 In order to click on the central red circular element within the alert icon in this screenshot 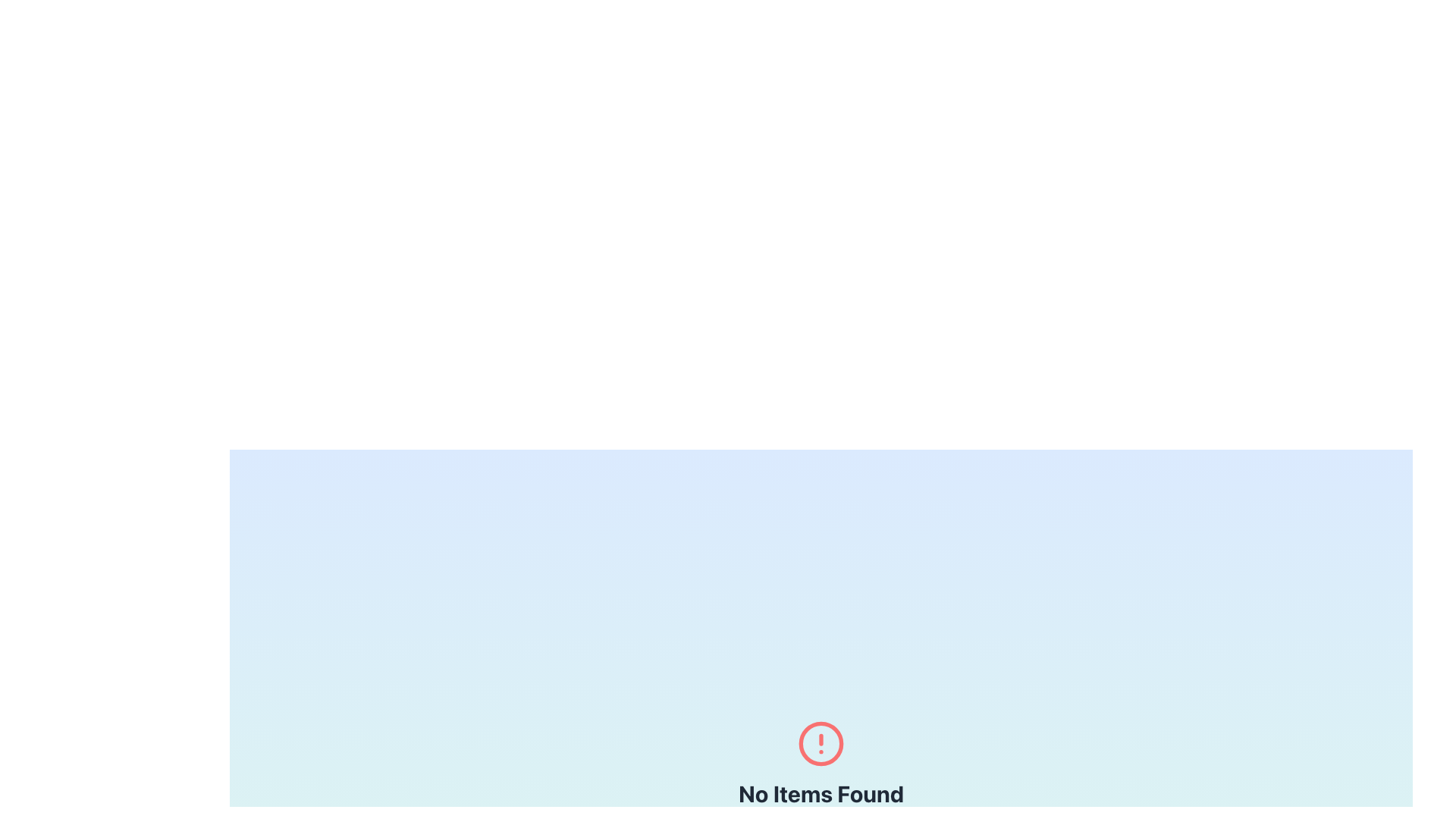, I will do `click(821, 742)`.